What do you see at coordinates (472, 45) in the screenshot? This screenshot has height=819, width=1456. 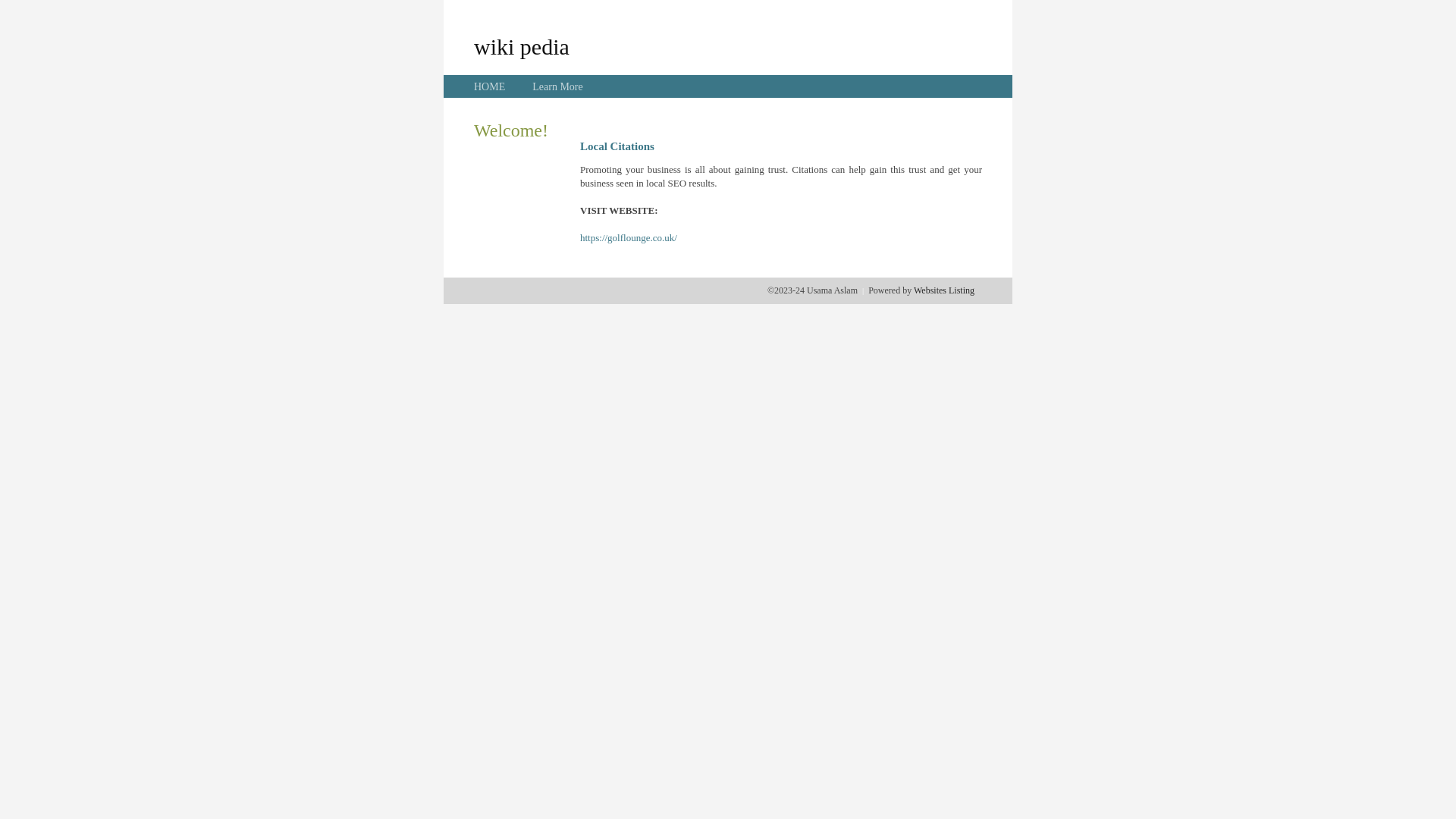 I see `'wiki pedia'` at bounding box center [472, 45].